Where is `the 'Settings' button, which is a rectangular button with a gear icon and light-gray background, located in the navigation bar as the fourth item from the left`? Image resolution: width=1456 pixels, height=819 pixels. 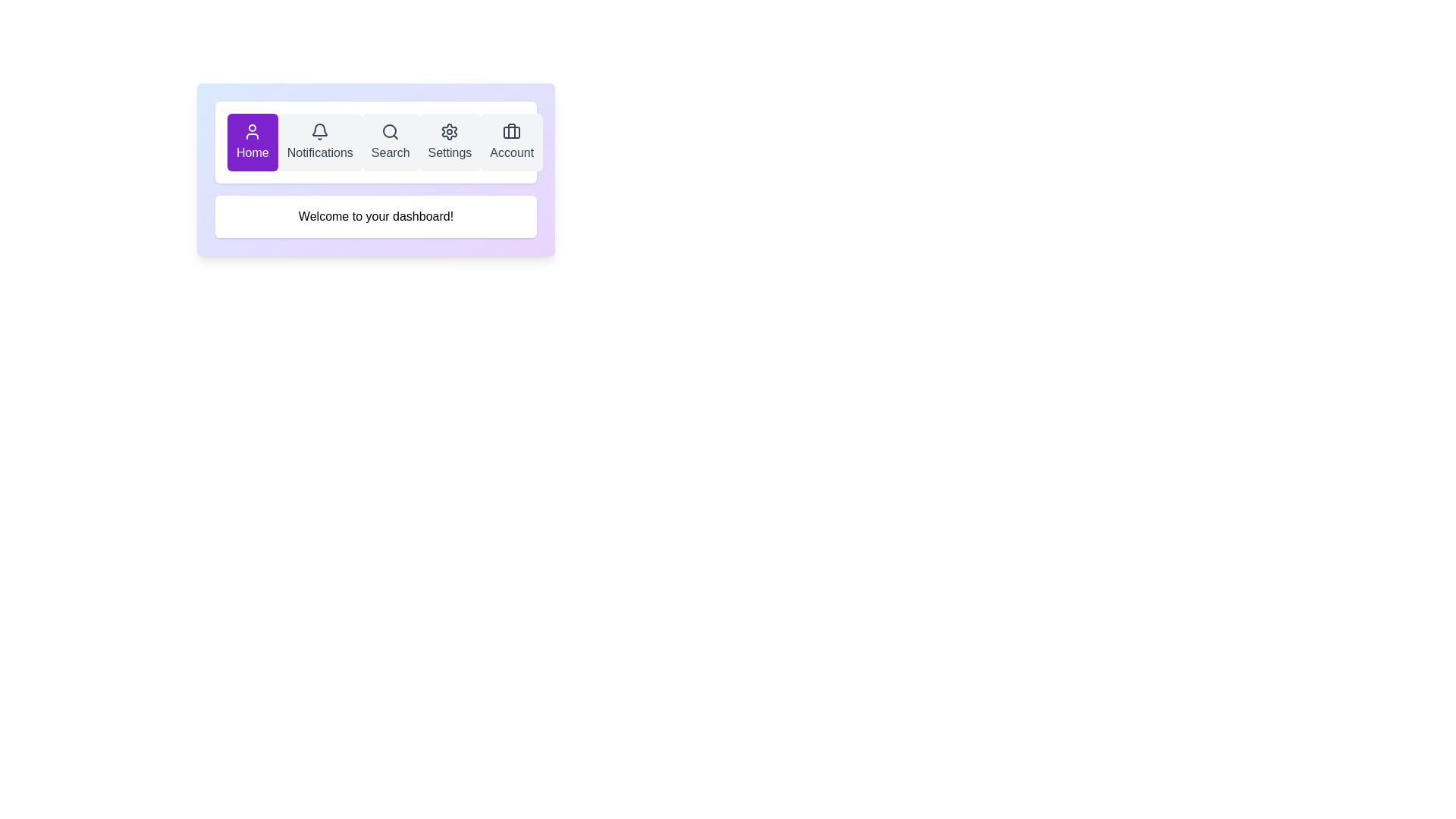
the 'Settings' button, which is a rectangular button with a gear icon and light-gray background, located in the navigation bar as the fourth item from the left is located at coordinates (449, 143).